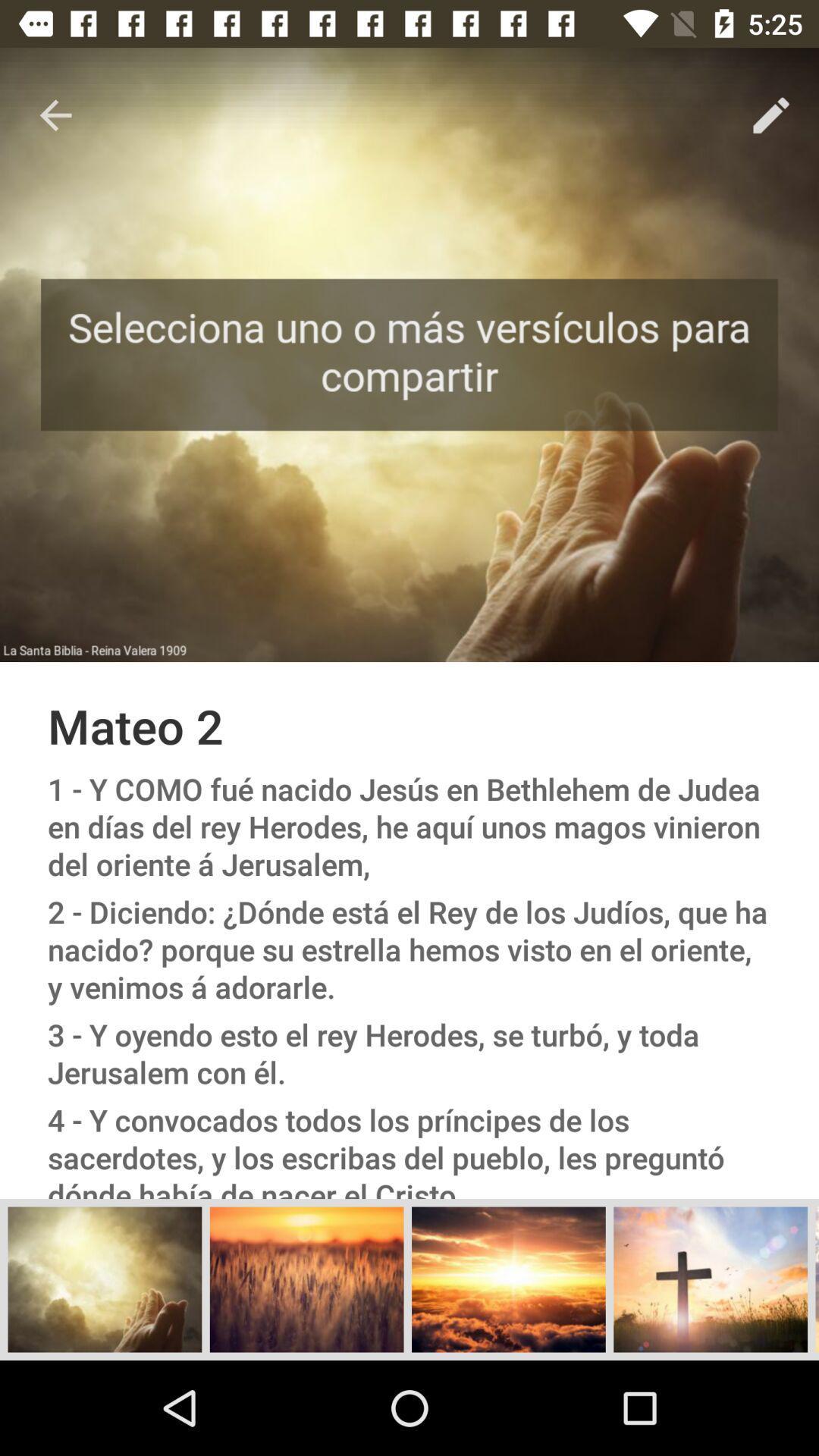  I want to click on the 3 y oyendo icon, so click(409, 1053).